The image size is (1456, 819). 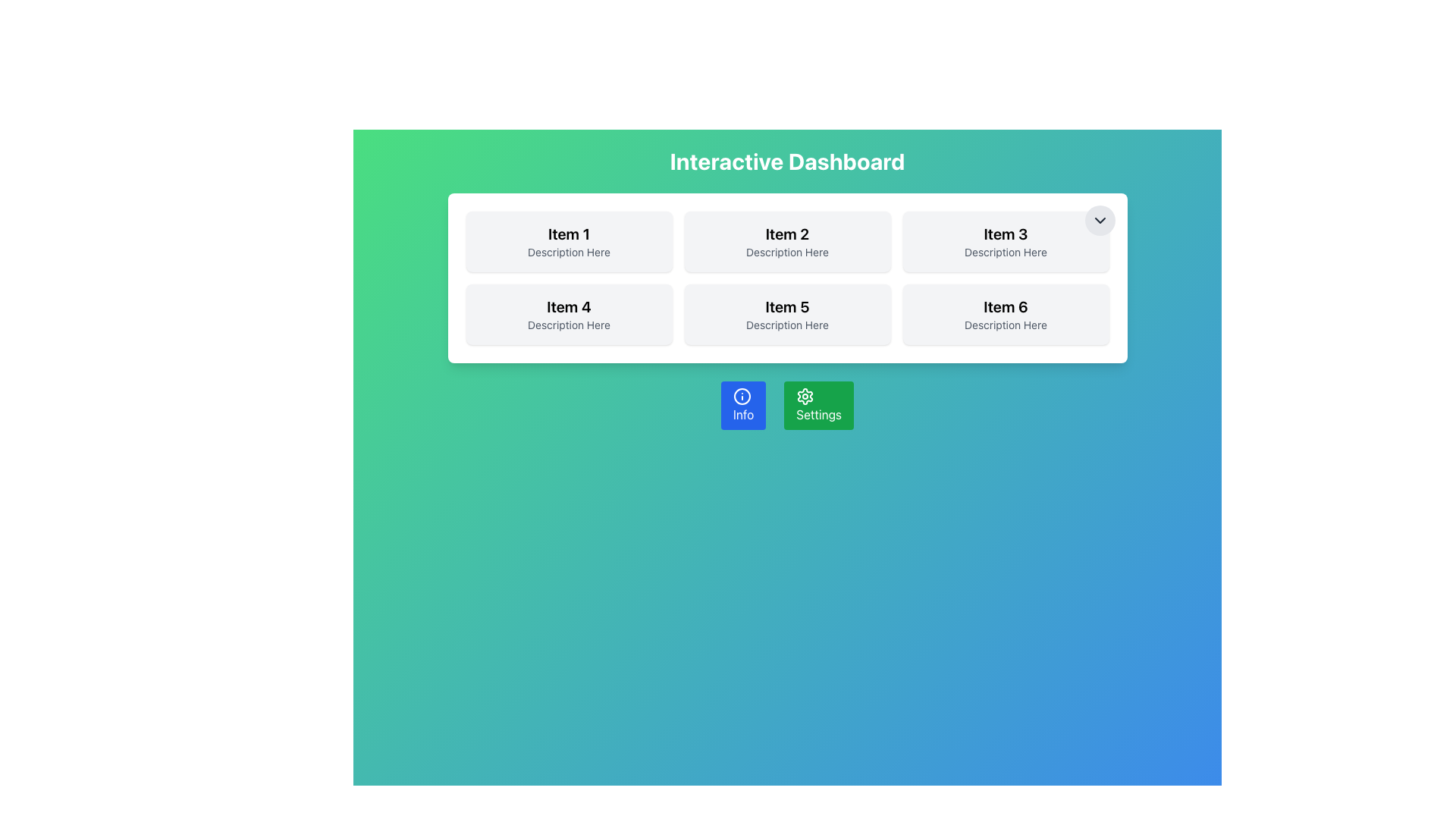 I want to click on the non-interactive Text label tile located in the second row and first column of the grid, which is below 'Item 1' and to the left of 'Item 5', so click(x=568, y=314).